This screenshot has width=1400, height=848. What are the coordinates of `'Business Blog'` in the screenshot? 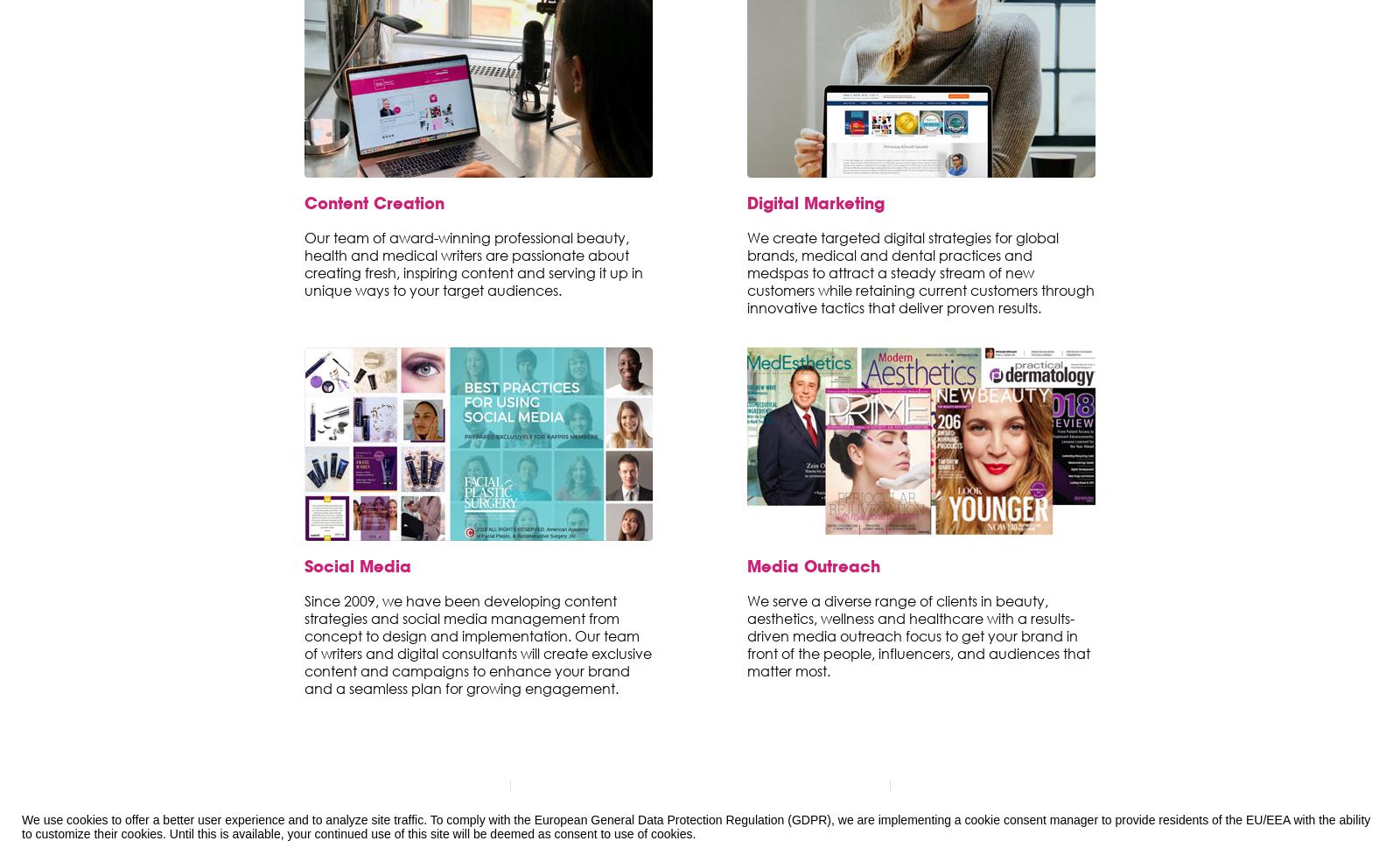 It's located at (320, 817).